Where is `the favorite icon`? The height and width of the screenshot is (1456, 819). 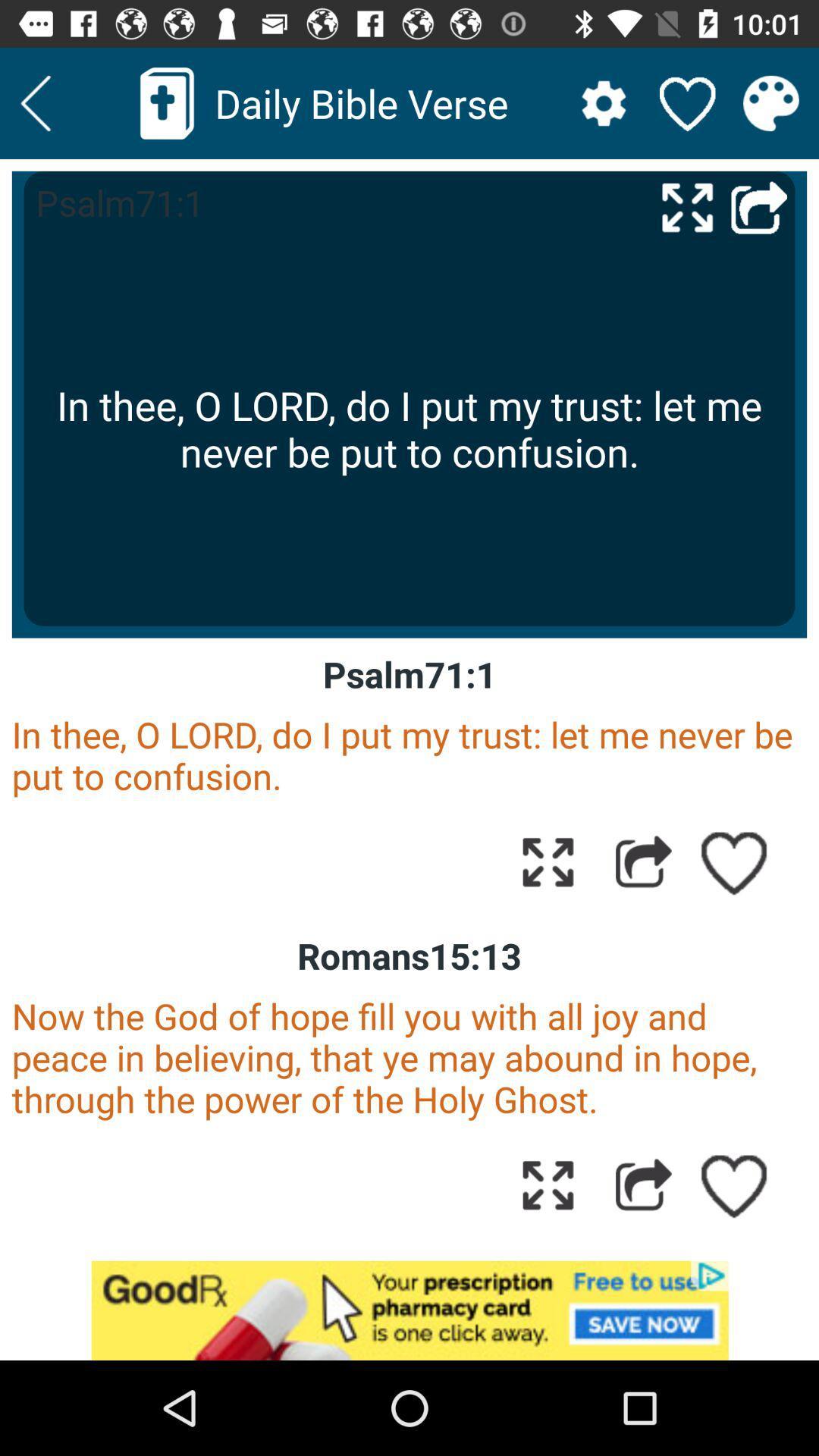
the favorite icon is located at coordinates (687, 102).